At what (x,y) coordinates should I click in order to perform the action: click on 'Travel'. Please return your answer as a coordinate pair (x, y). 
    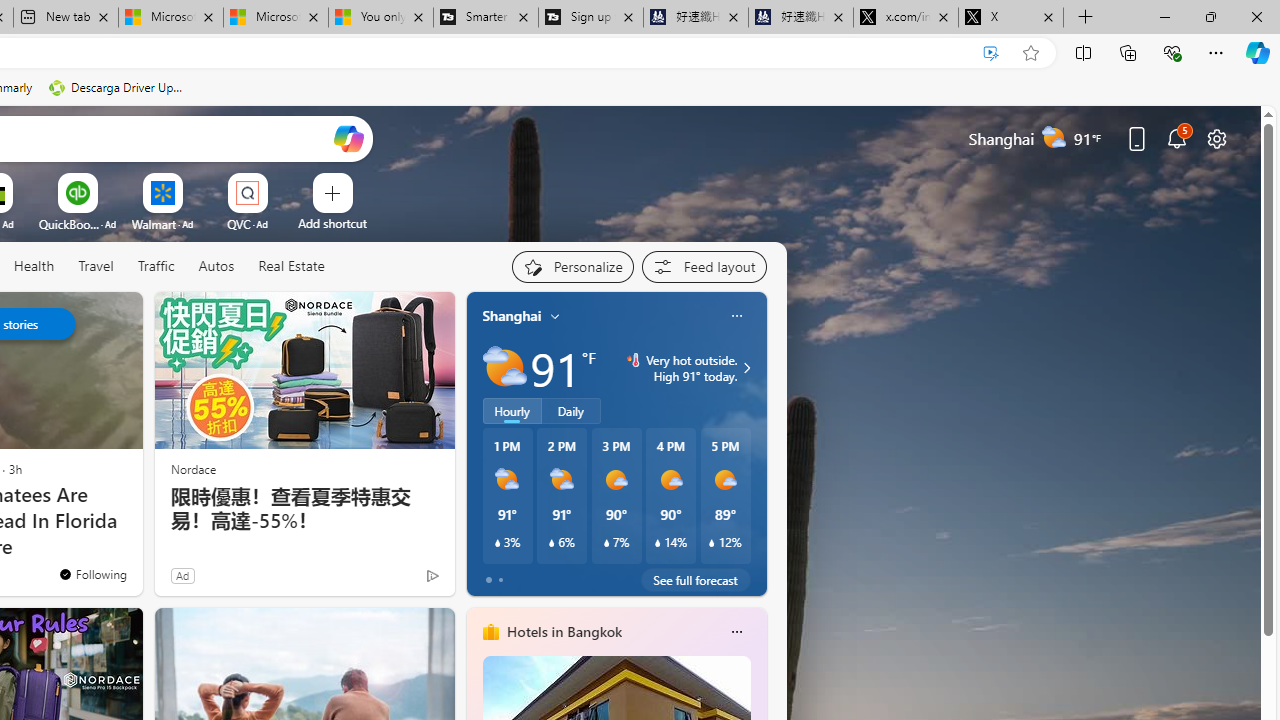
    Looking at the image, I should click on (95, 265).